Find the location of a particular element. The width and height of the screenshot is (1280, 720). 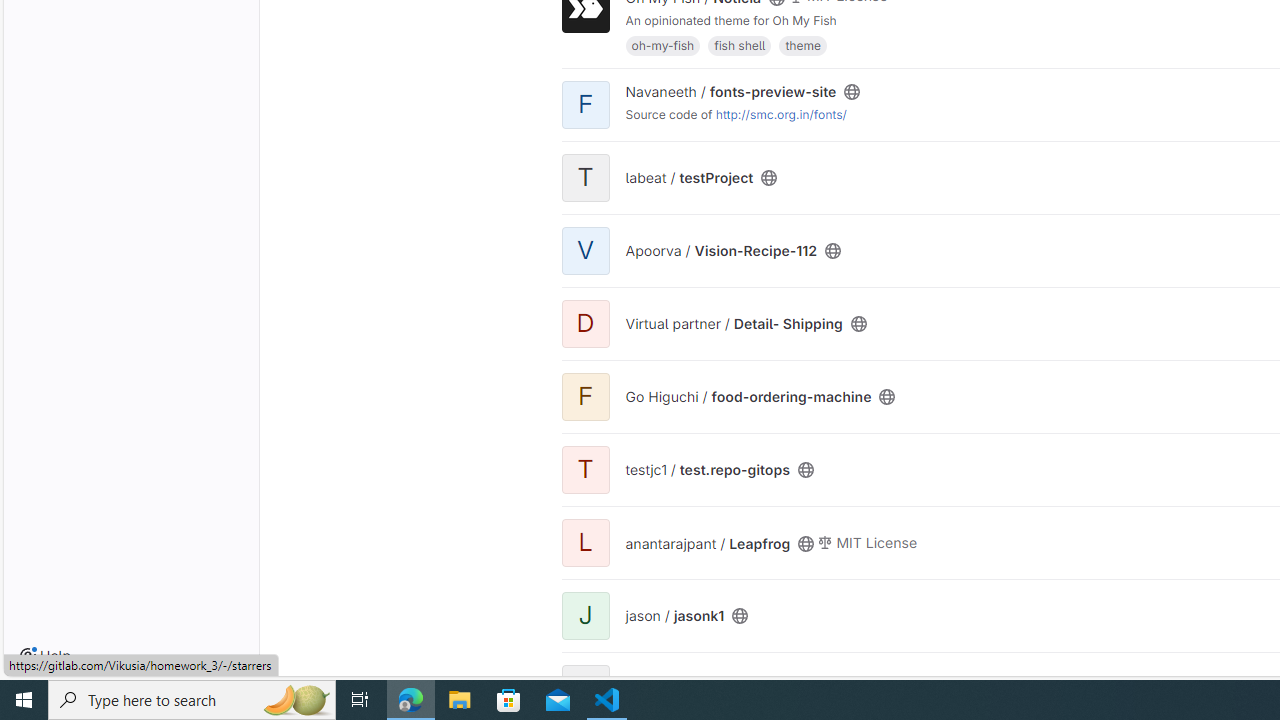

'Navaneeth / fonts-preview-site' is located at coordinates (729, 91).